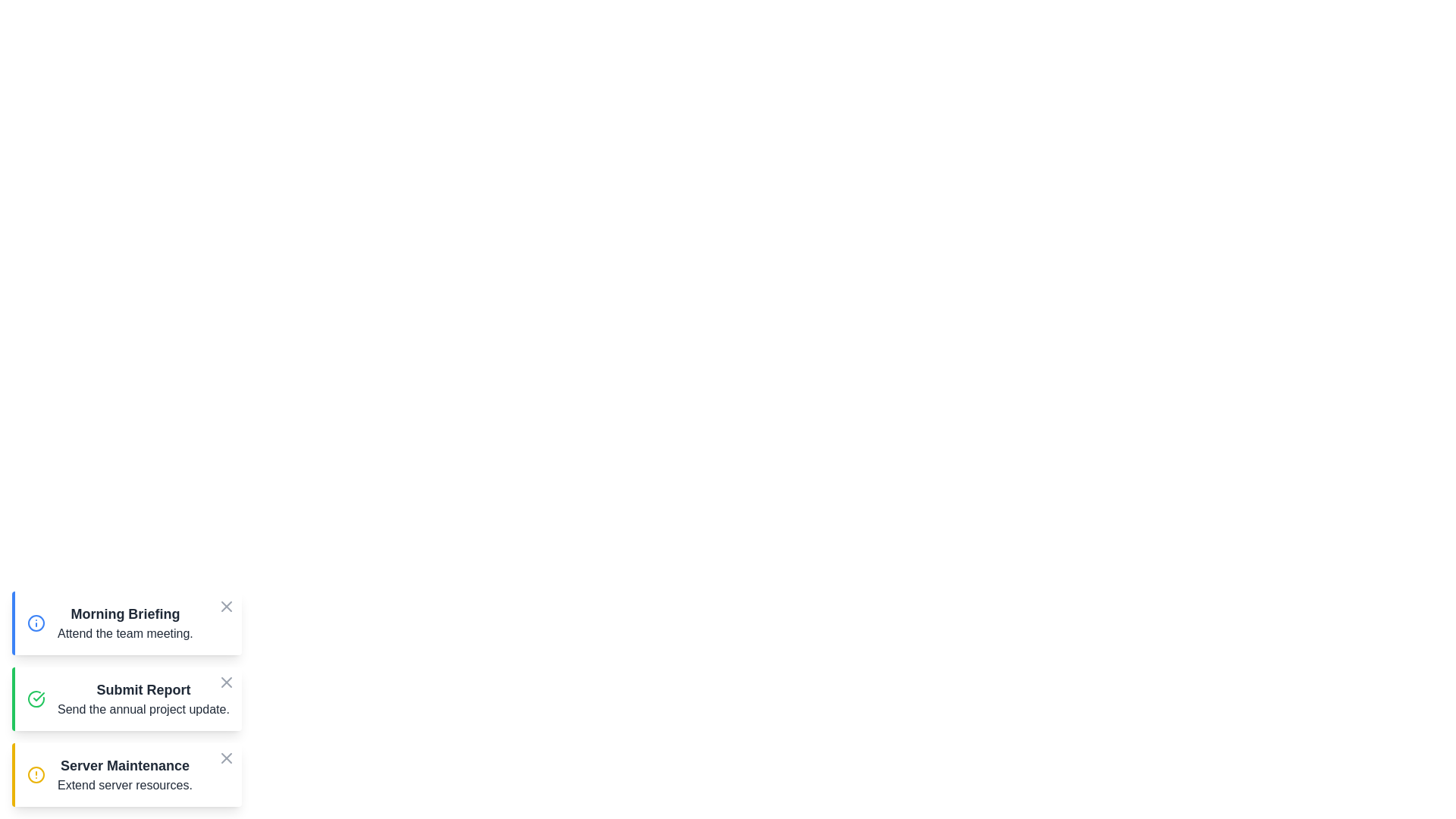 This screenshot has height=819, width=1456. What do you see at coordinates (143, 698) in the screenshot?
I see `the 'Submit Report' text block` at bounding box center [143, 698].